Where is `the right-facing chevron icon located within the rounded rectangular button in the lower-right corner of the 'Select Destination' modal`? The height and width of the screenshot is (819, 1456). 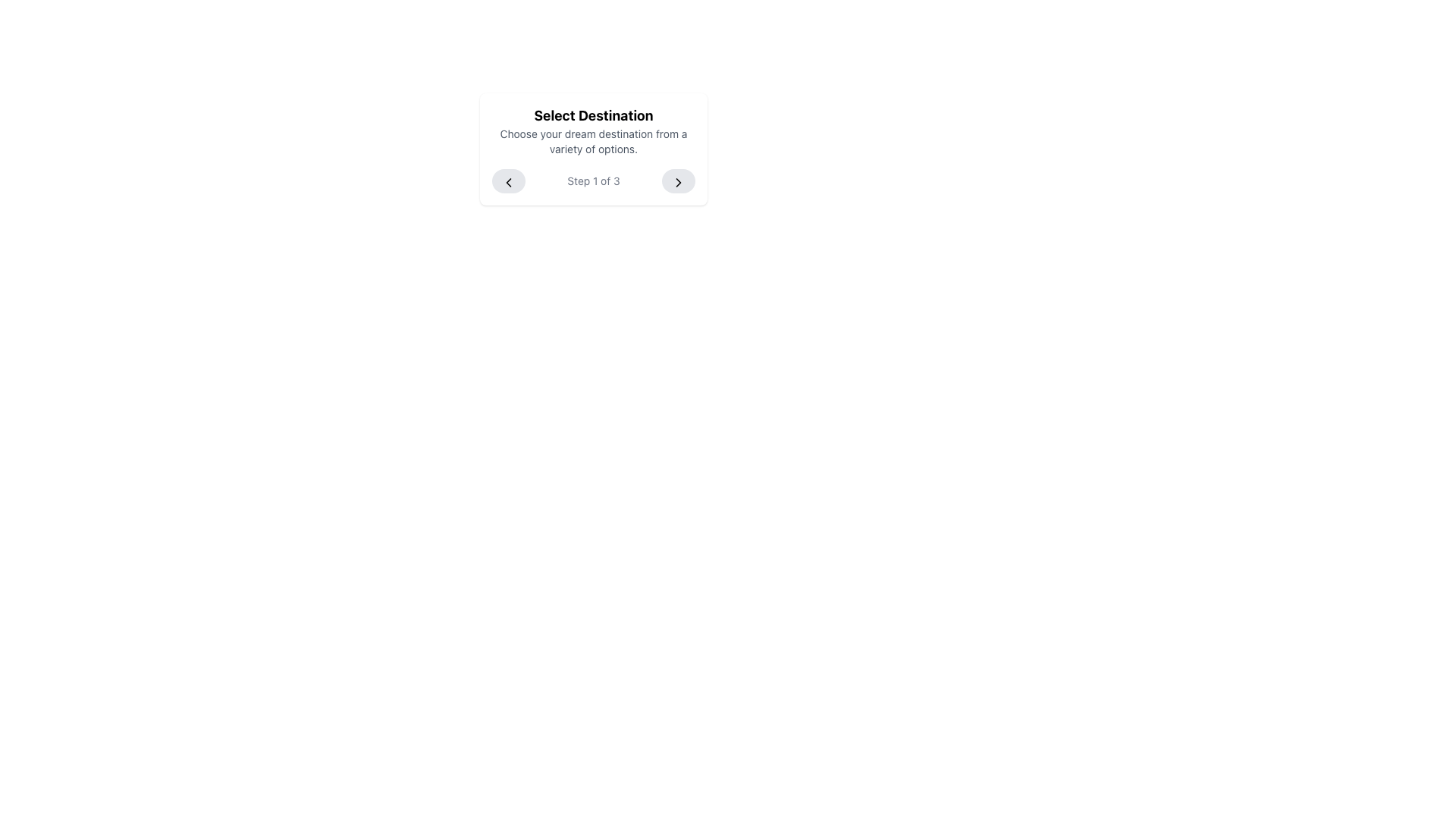
the right-facing chevron icon located within the rounded rectangular button in the lower-right corner of the 'Select Destination' modal is located at coordinates (677, 180).